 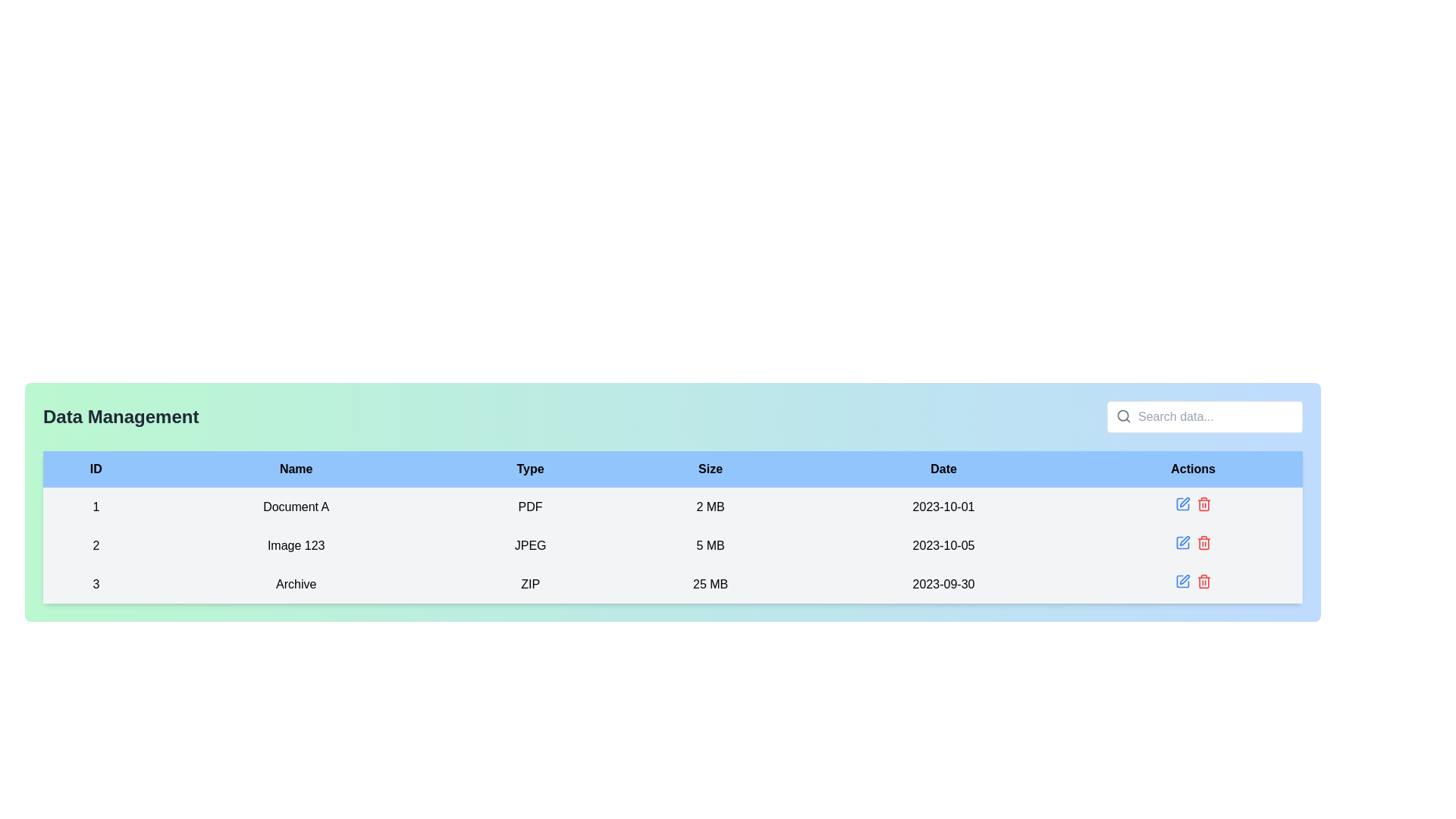 What do you see at coordinates (296, 507) in the screenshot?
I see `the text label displaying 'Document A' which is located in the 'Name' column of the first row in the table` at bounding box center [296, 507].